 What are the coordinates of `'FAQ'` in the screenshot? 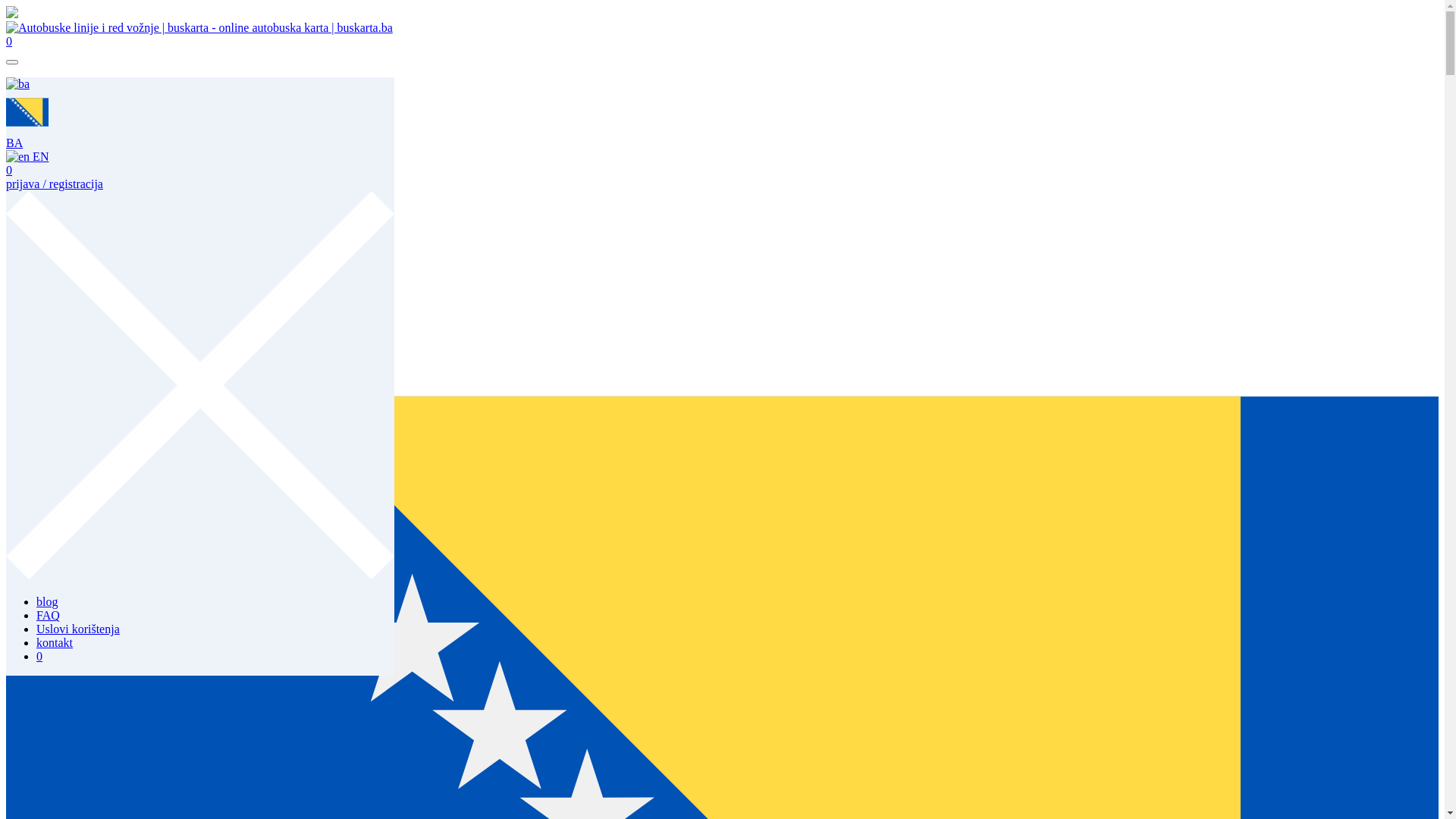 It's located at (48, 97).